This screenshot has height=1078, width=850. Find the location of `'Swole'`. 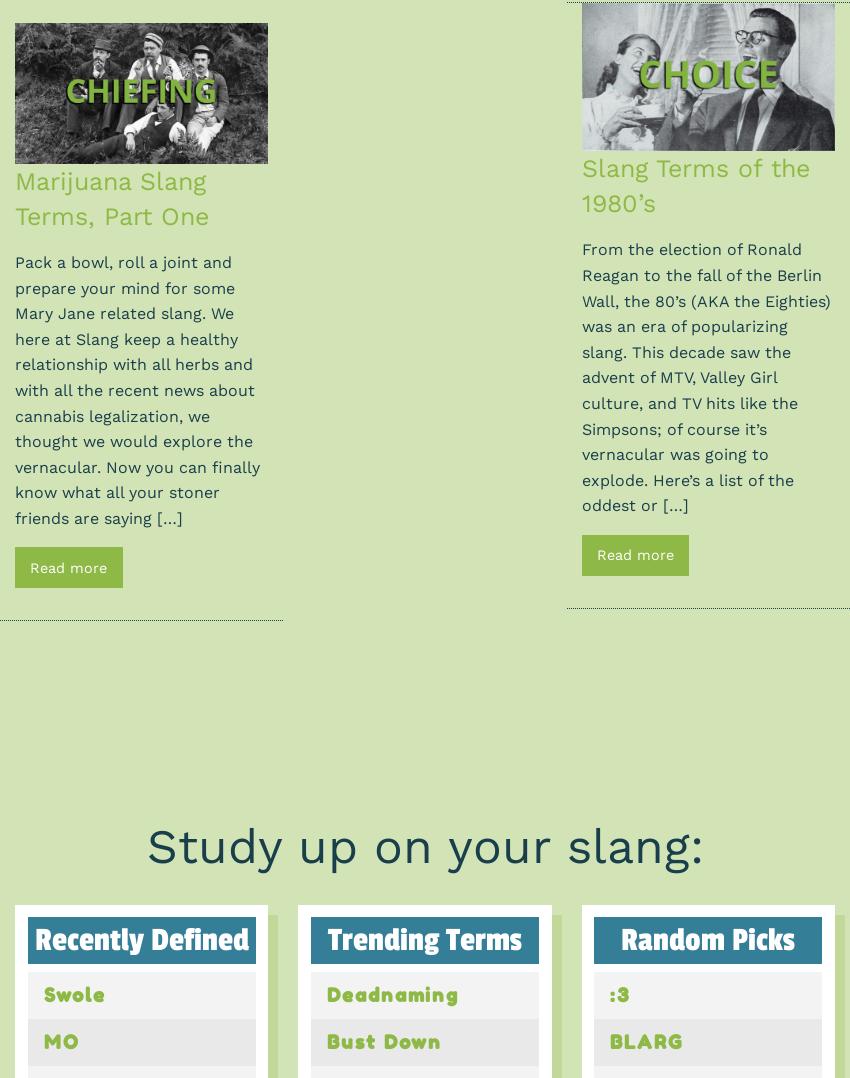

'Swole' is located at coordinates (42, 994).